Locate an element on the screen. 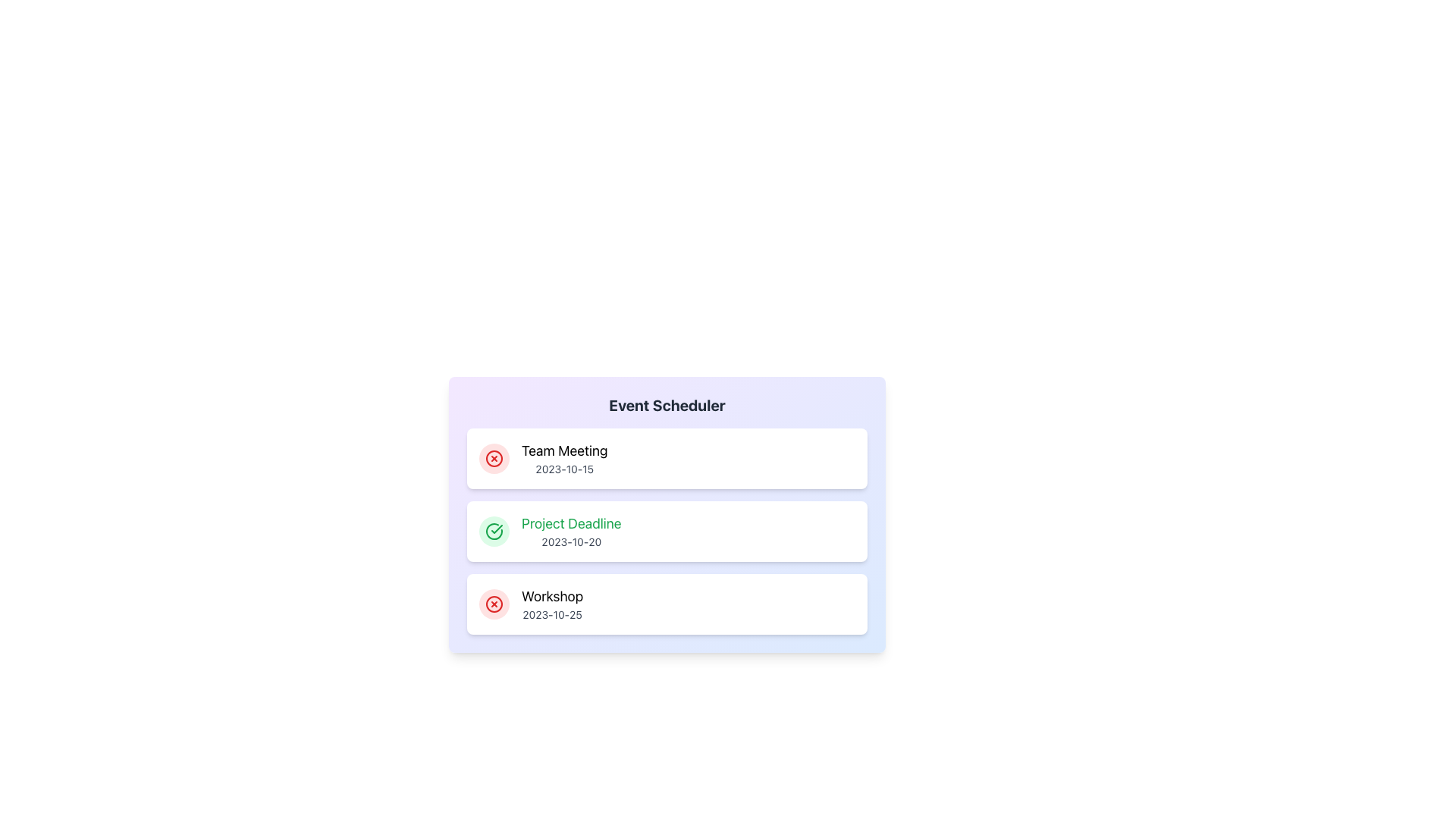 The height and width of the screenshot is (819, 1456). the green checkmark icon of the 'Project Deadline' informational list item is located at coordinates (549, 531).